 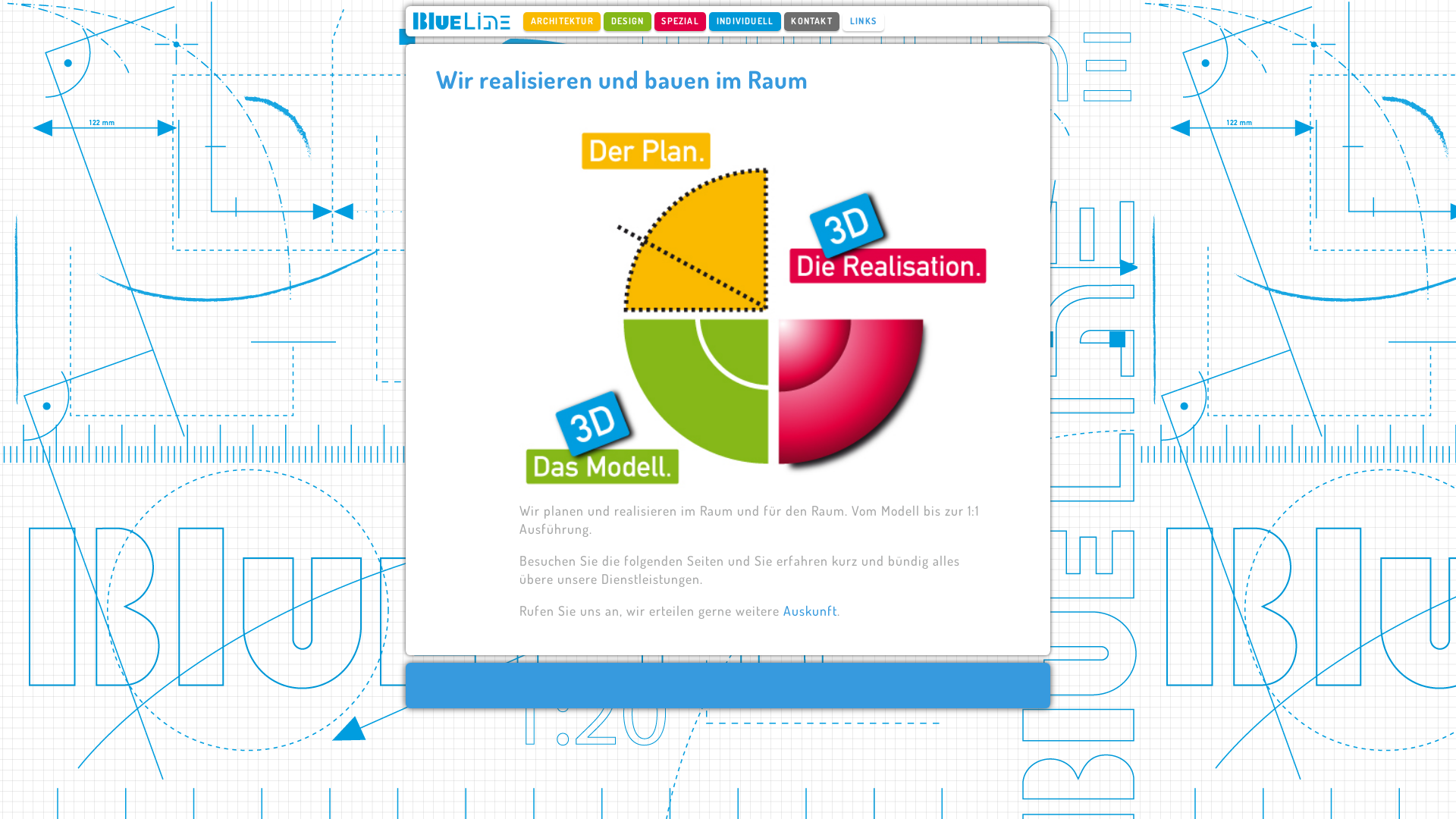 I want to click on 'DESIGN', so click(x=626, y=21).